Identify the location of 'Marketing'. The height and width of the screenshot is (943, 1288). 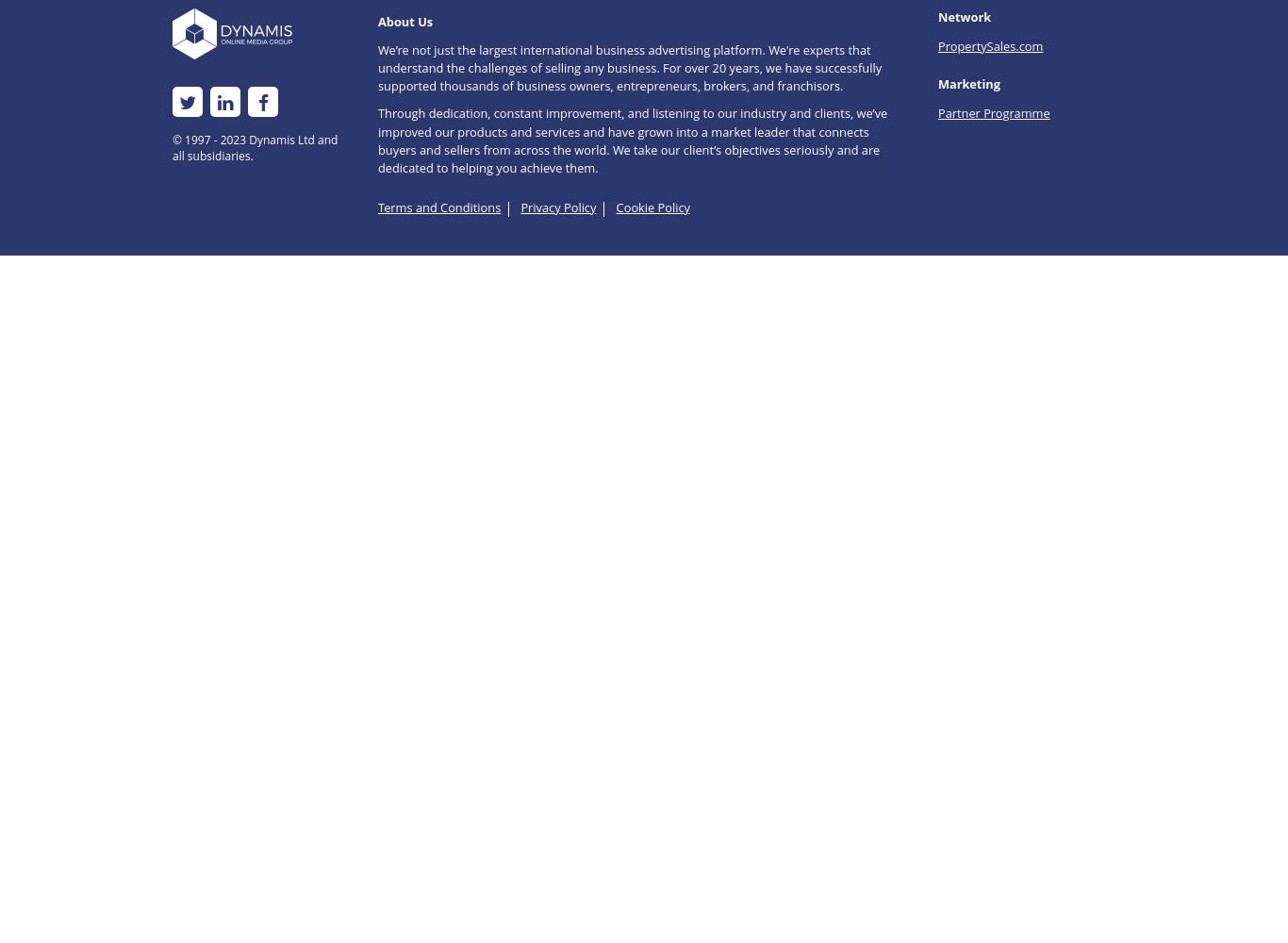
(967, 83).